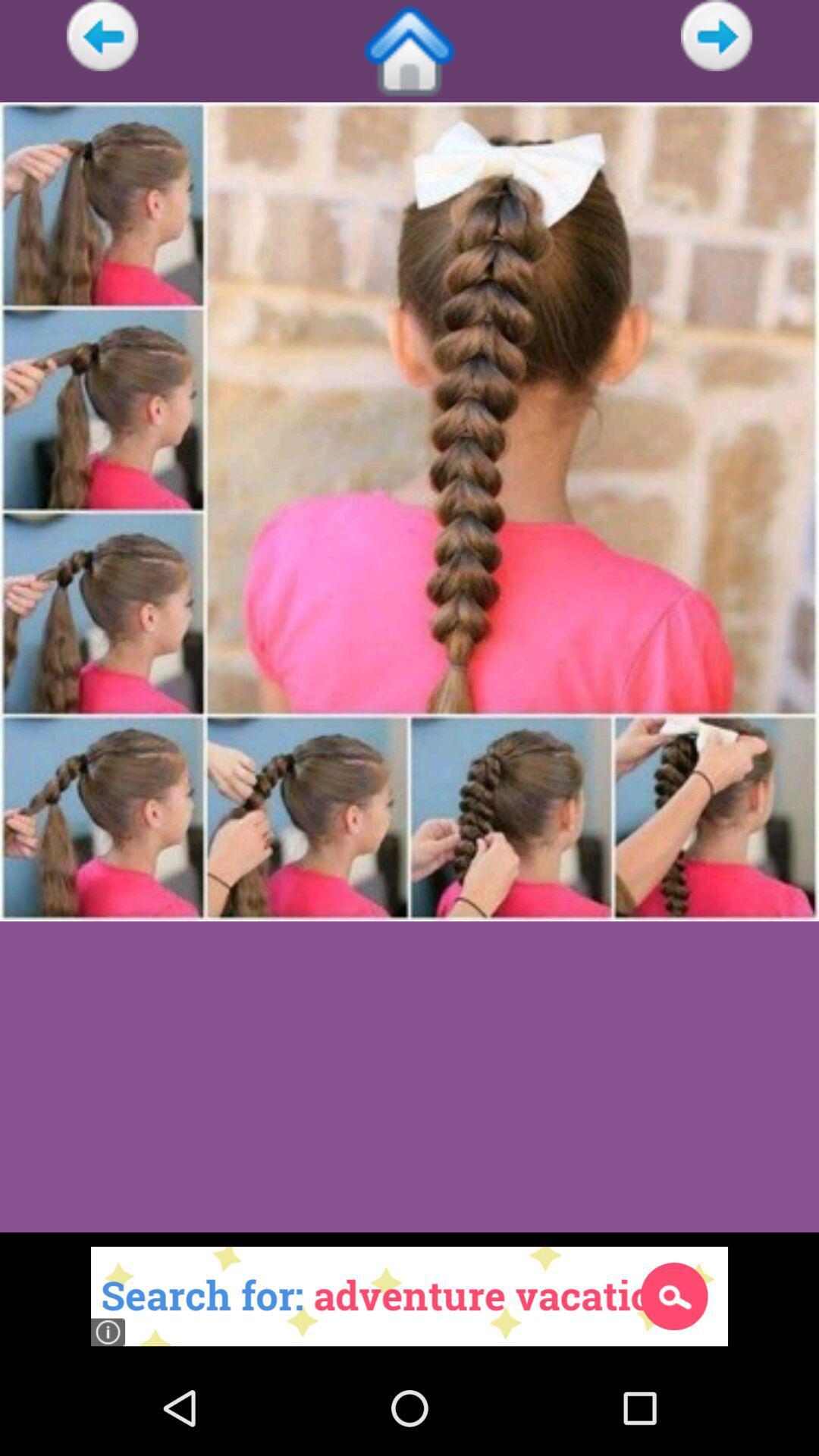 This screenshot has width=819, height=1456. Describe the element at coordinates (717, 38) in the screenshot. I see `the arrow_forward icon` at that location.